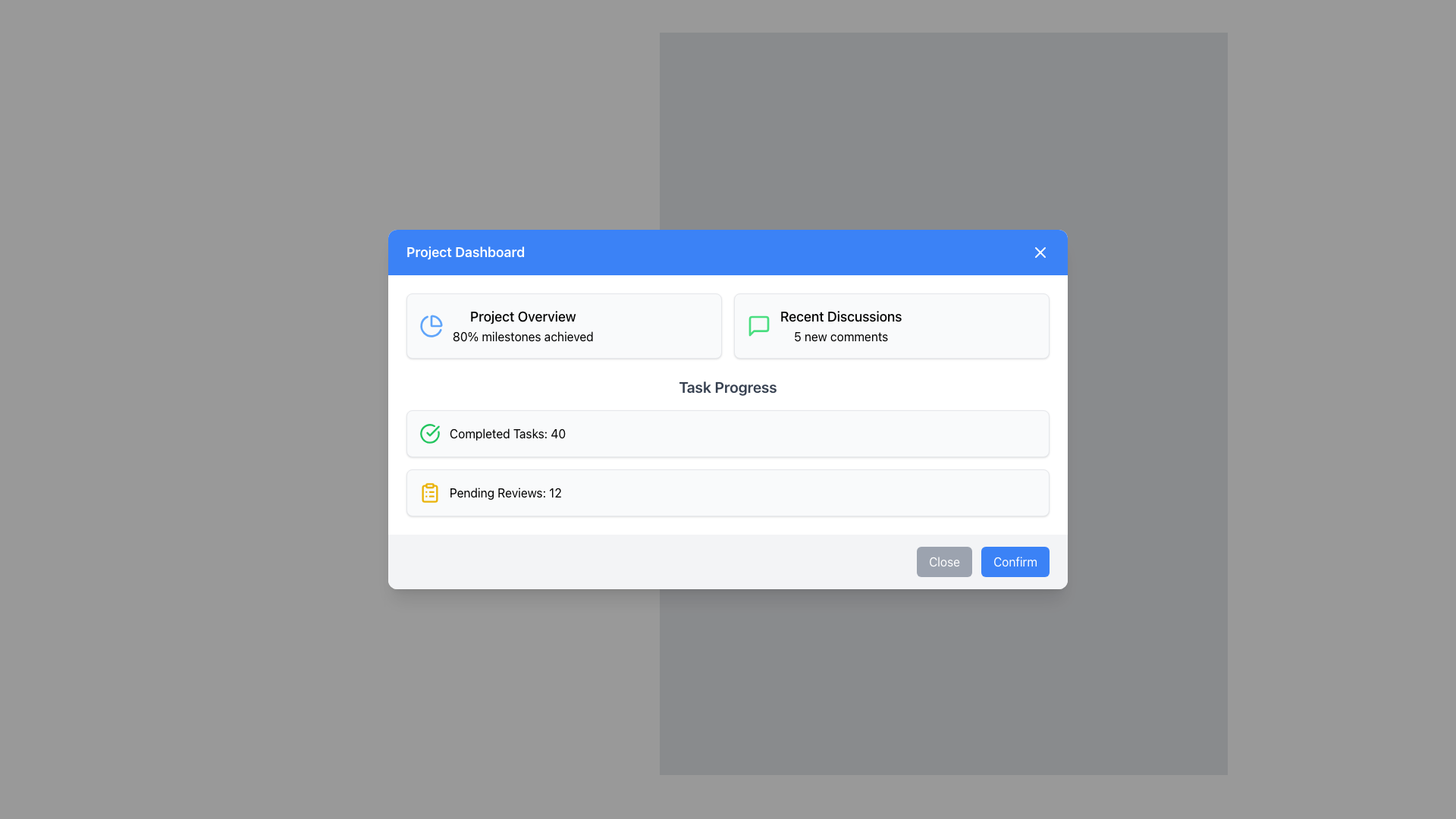 This screenshot has height=819, width=1456. I want to click on the text block that summarizes recent discussions and shows the count of unread comments, located in the second card of the top row of the content grid, adjacent to the 'Project Overview' card, so click(840, 325).